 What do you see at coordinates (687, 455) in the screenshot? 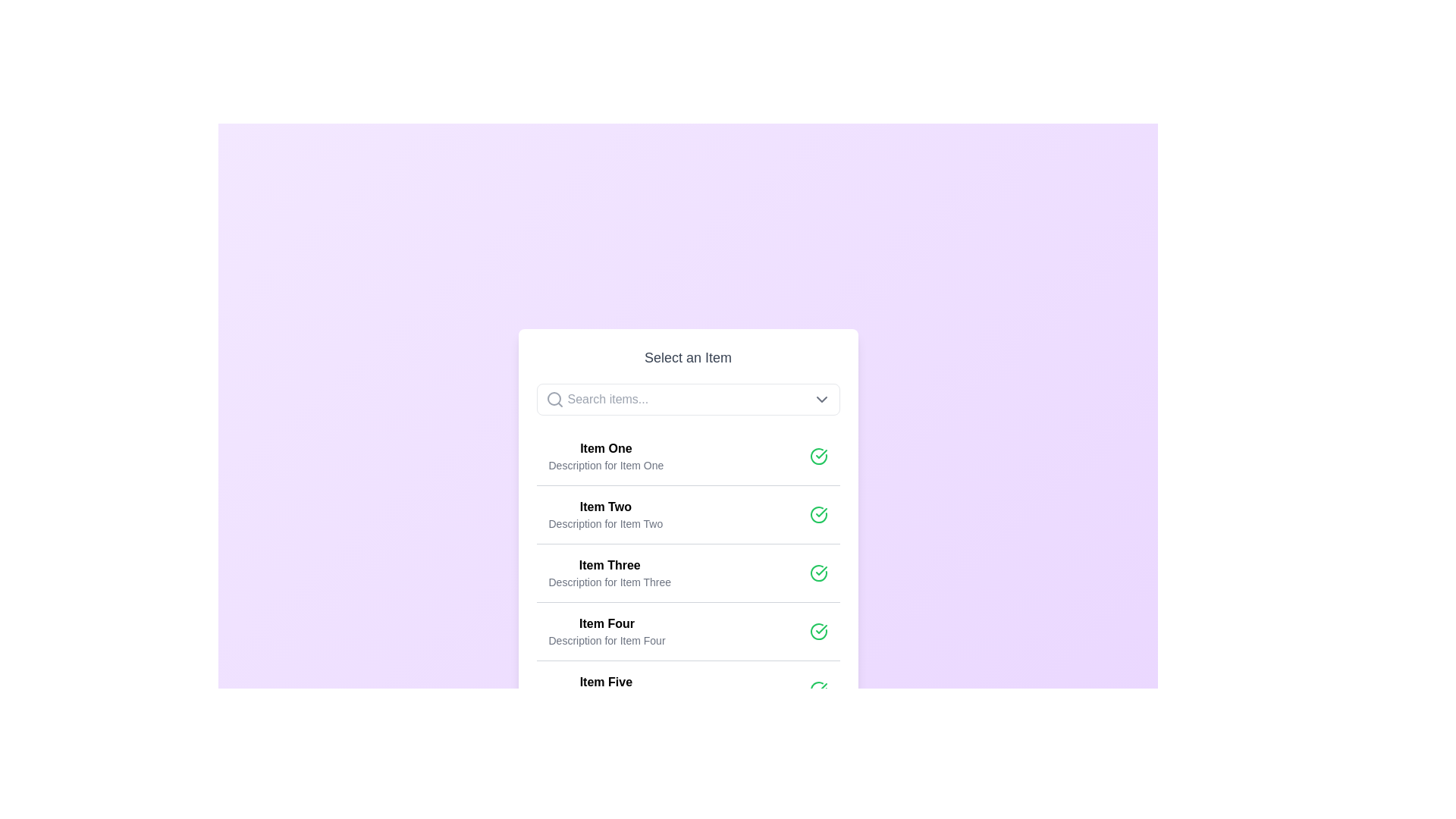
I see `the first selectable list item in the dialog interface` at bounding box center [687, 455].